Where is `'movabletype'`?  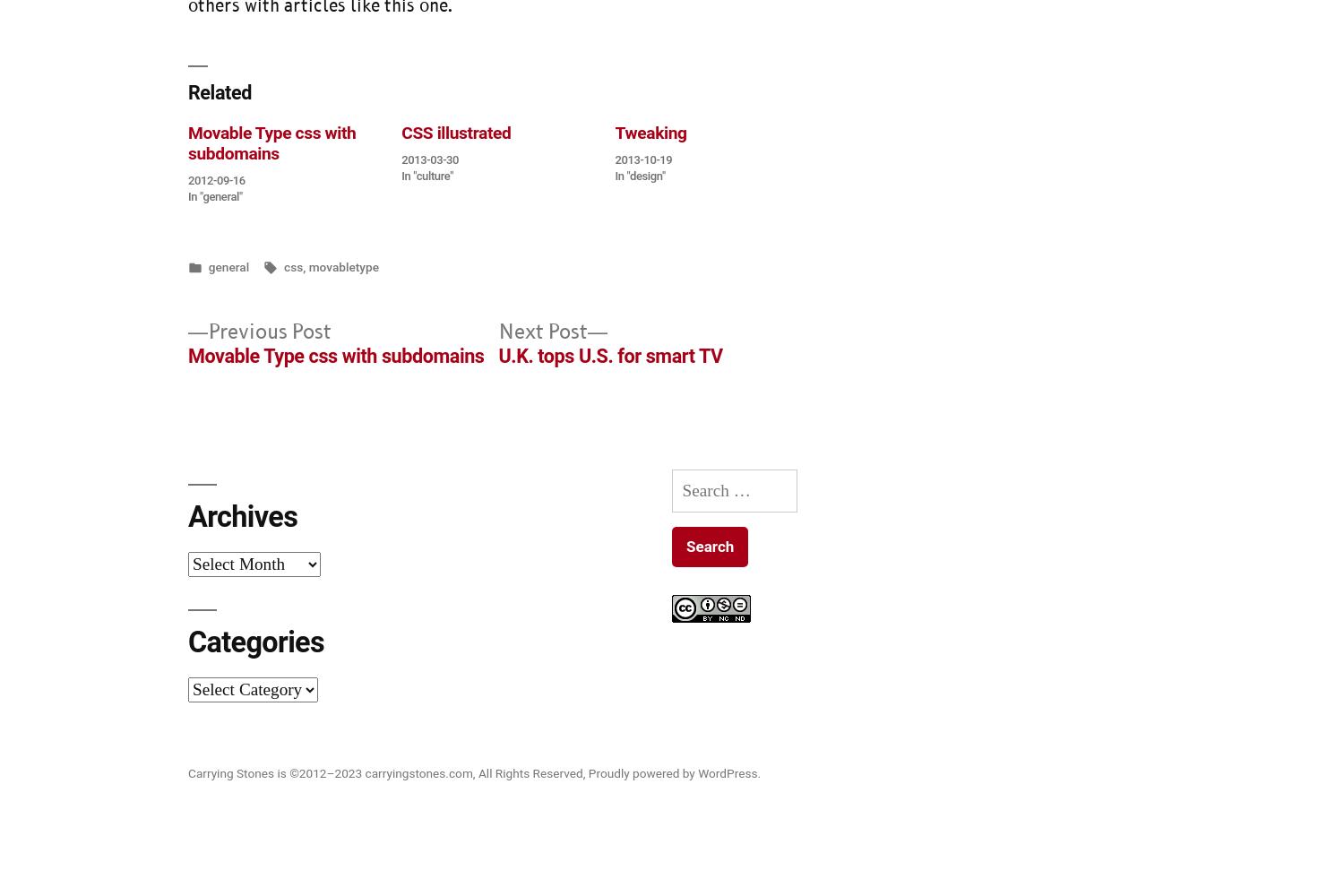 'movabletype' is located at coordinates (342, 266).